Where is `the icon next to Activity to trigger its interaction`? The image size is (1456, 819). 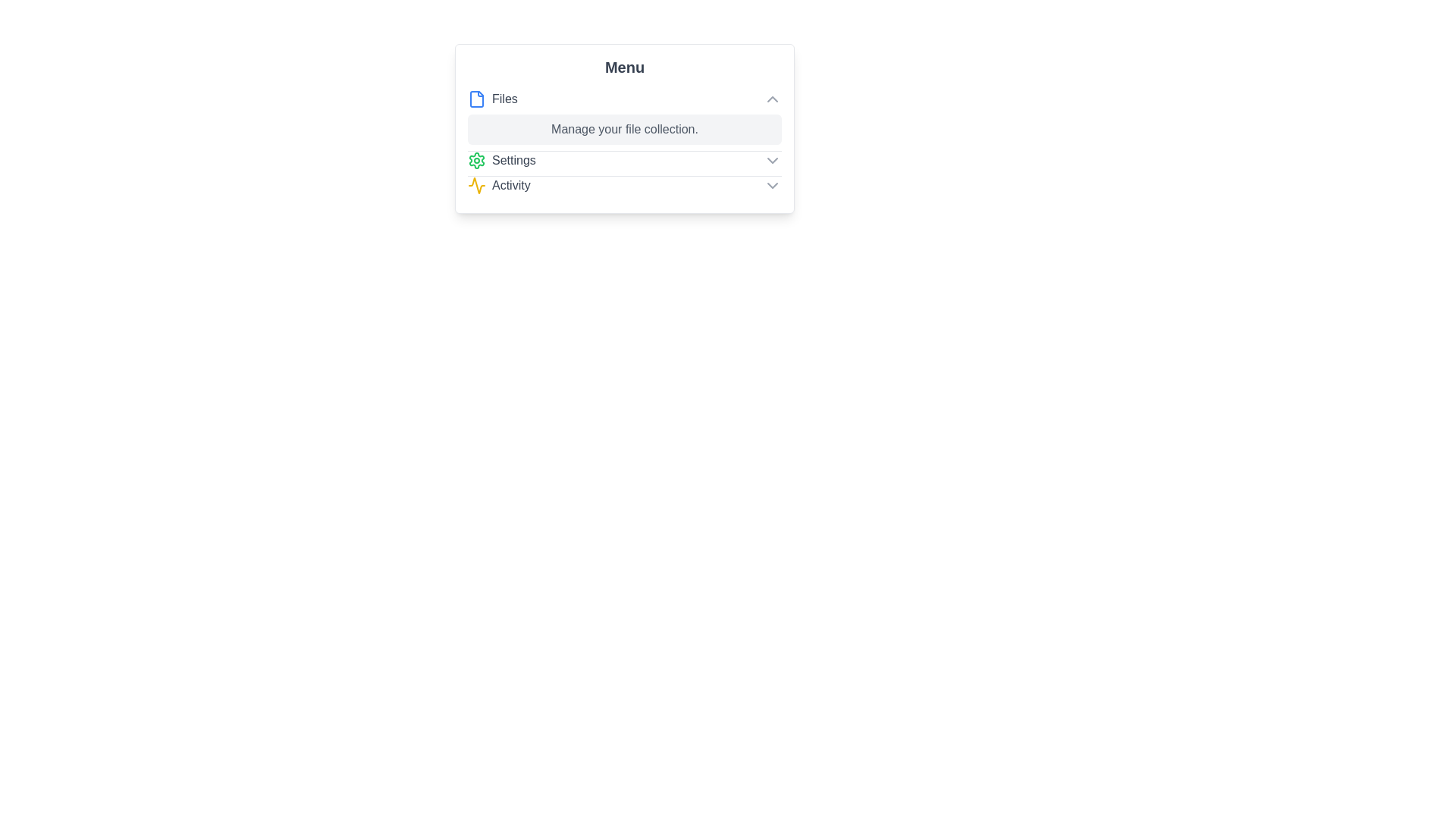
the icon next to Activity to trigger its interaction is located at coordinates (475, 185).